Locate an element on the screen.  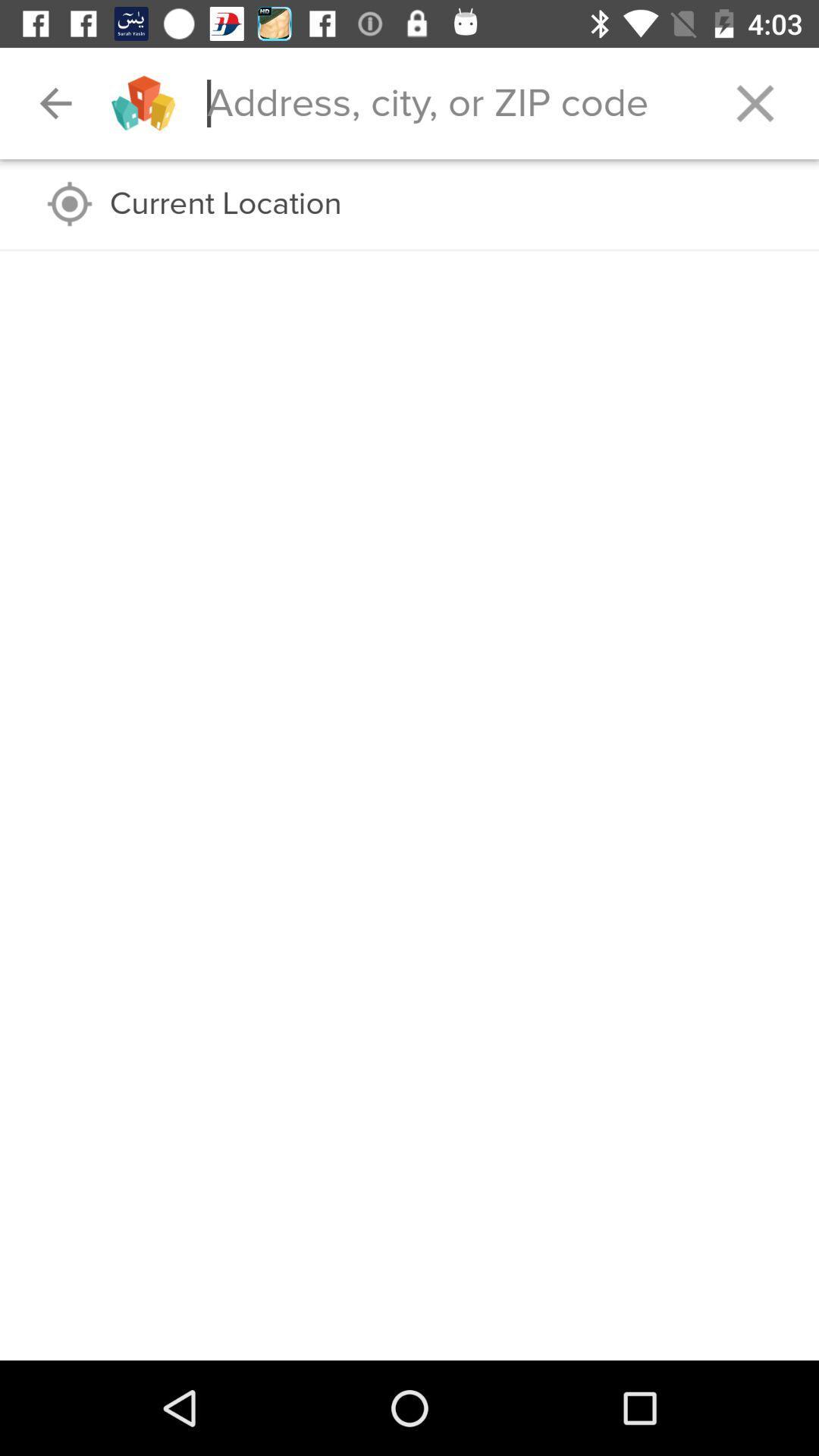
the icon to the left of the current location icon is located at coordinates (70, 203).